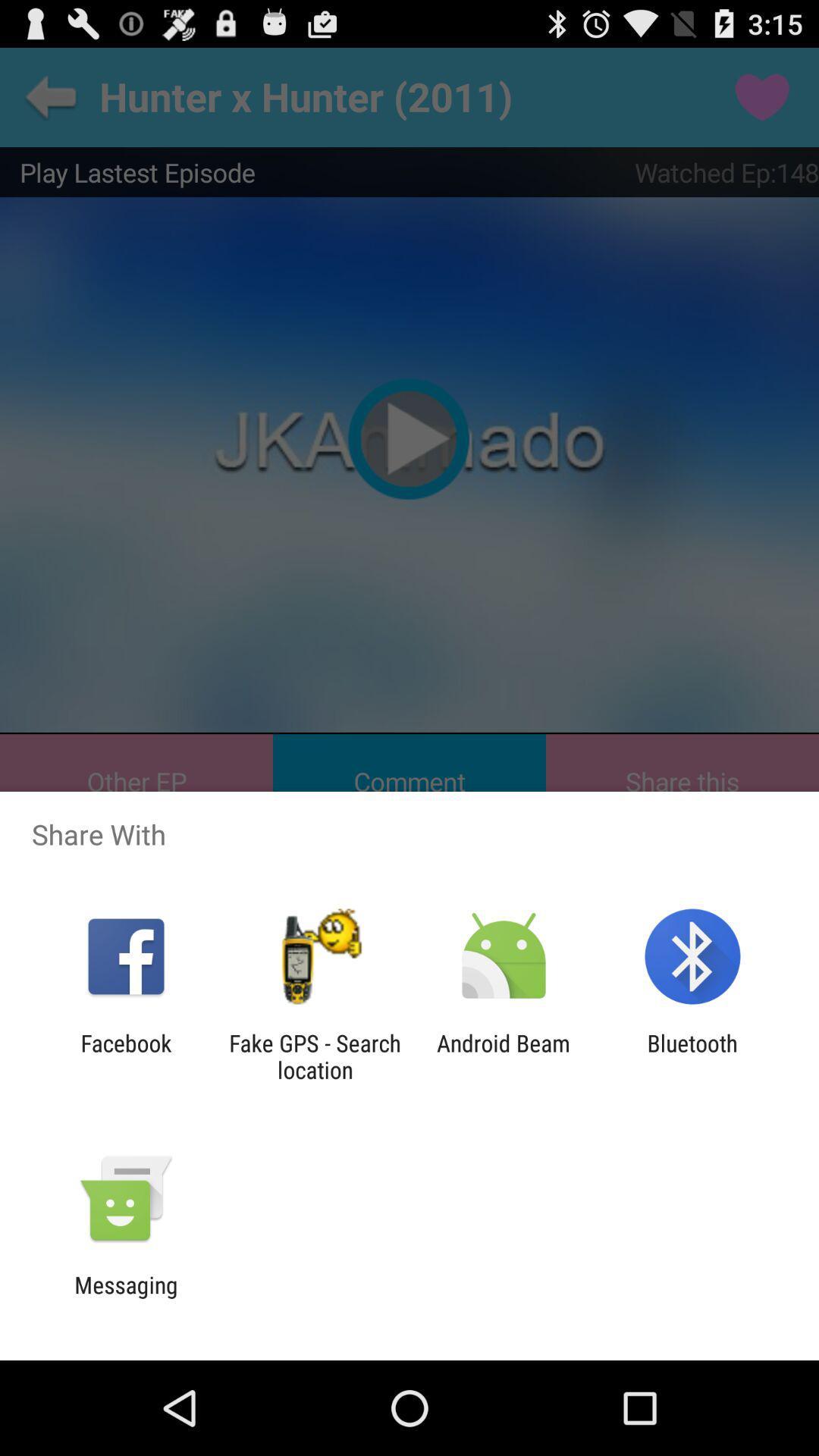 The width and height of the screenshot is (819, 1456). Describe the element at coordinates (504, 1056) in the screenshot. I see `android beam` at that location.